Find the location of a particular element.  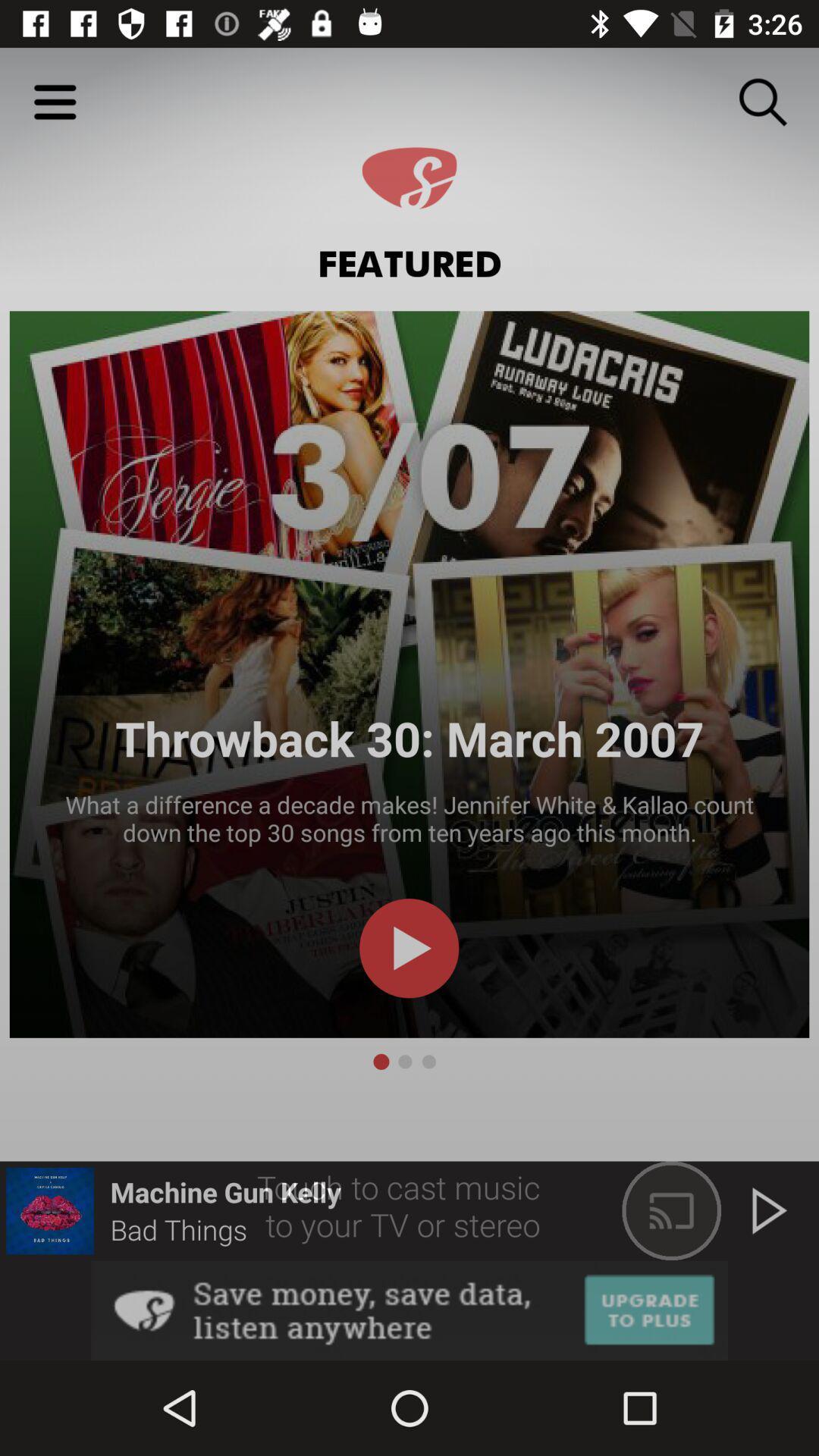

the play icon which is on bottom right is located at coordinates (769, 1210).